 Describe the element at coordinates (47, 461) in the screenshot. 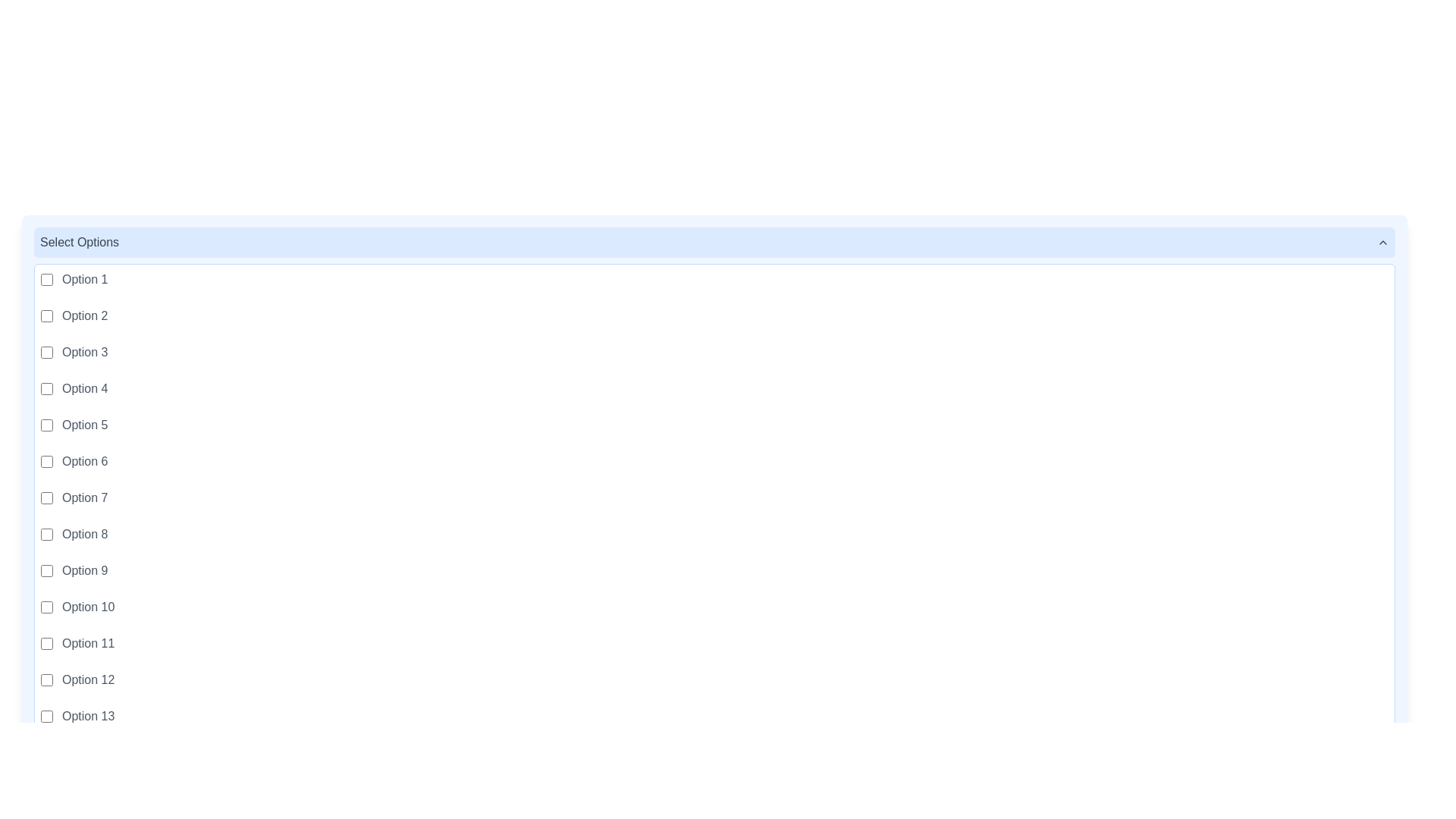

I see `the checkbox next to 'Option 6' by` at that location.